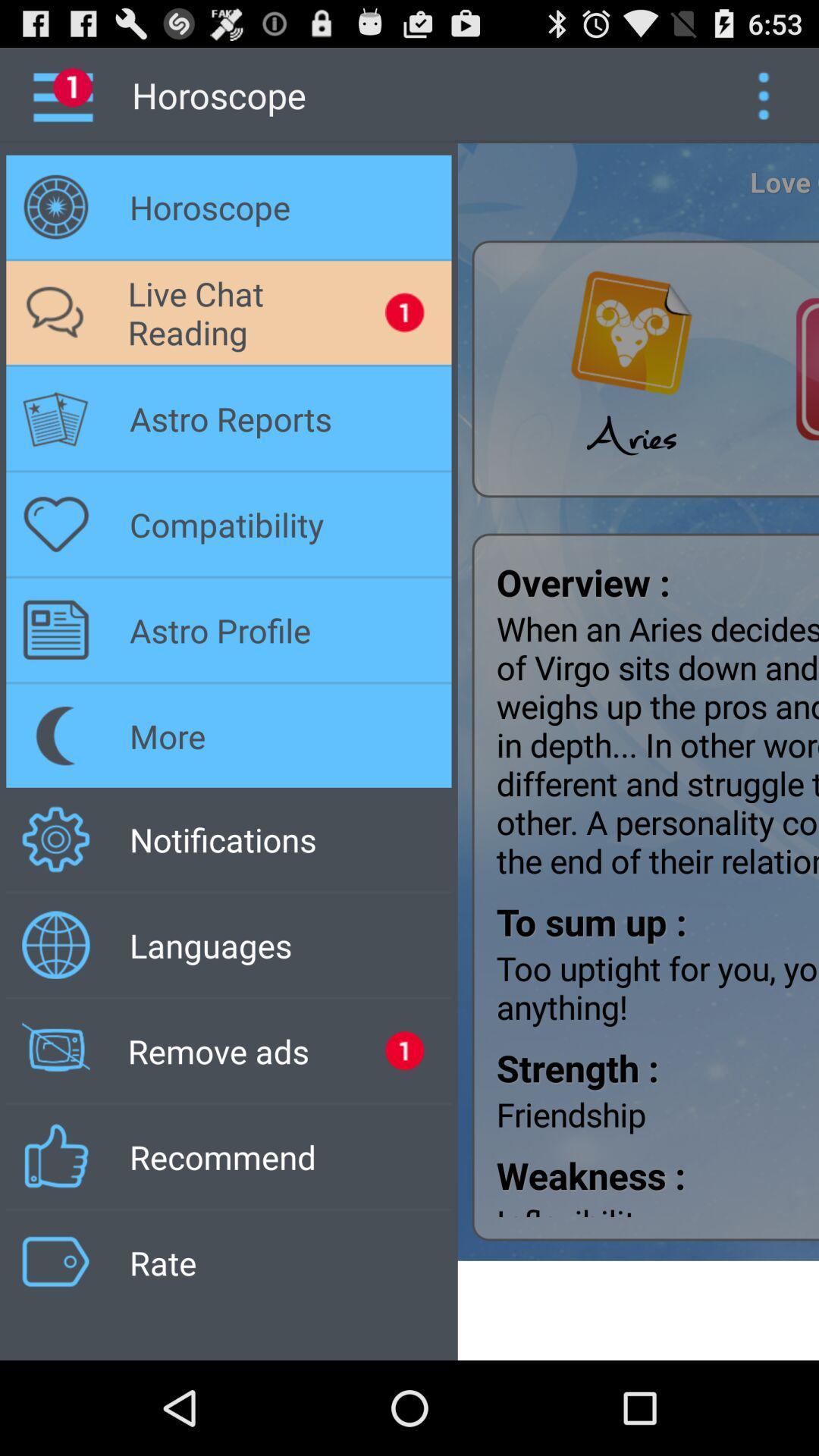 The width and height of the screenshot is (819, 1456). Describe the element at coordinates (763, 94) in the screenshot. I see `menu` at that location.